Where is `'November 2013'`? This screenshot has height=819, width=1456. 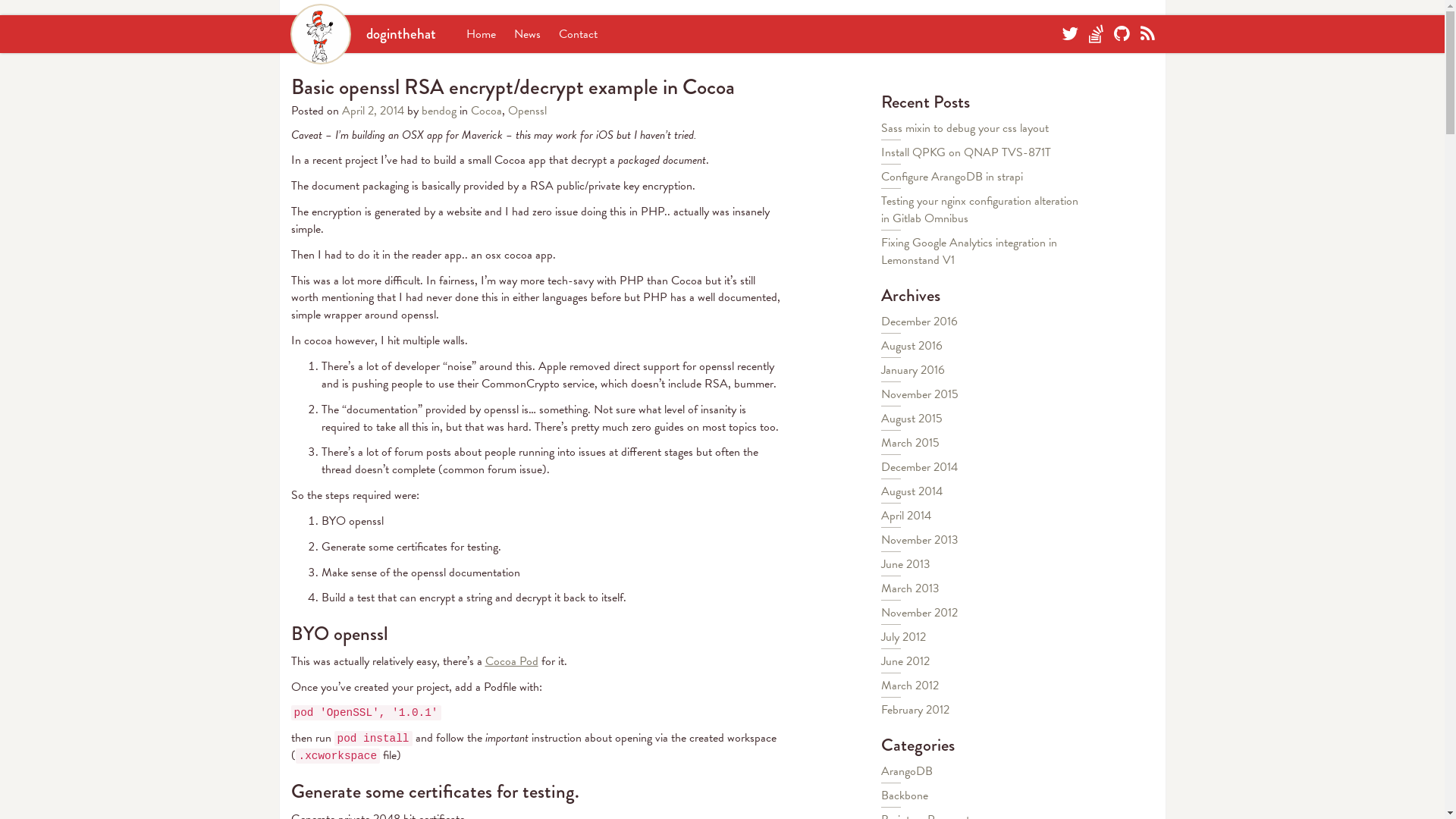 'November 2013' is located at coordinates (919, 539).